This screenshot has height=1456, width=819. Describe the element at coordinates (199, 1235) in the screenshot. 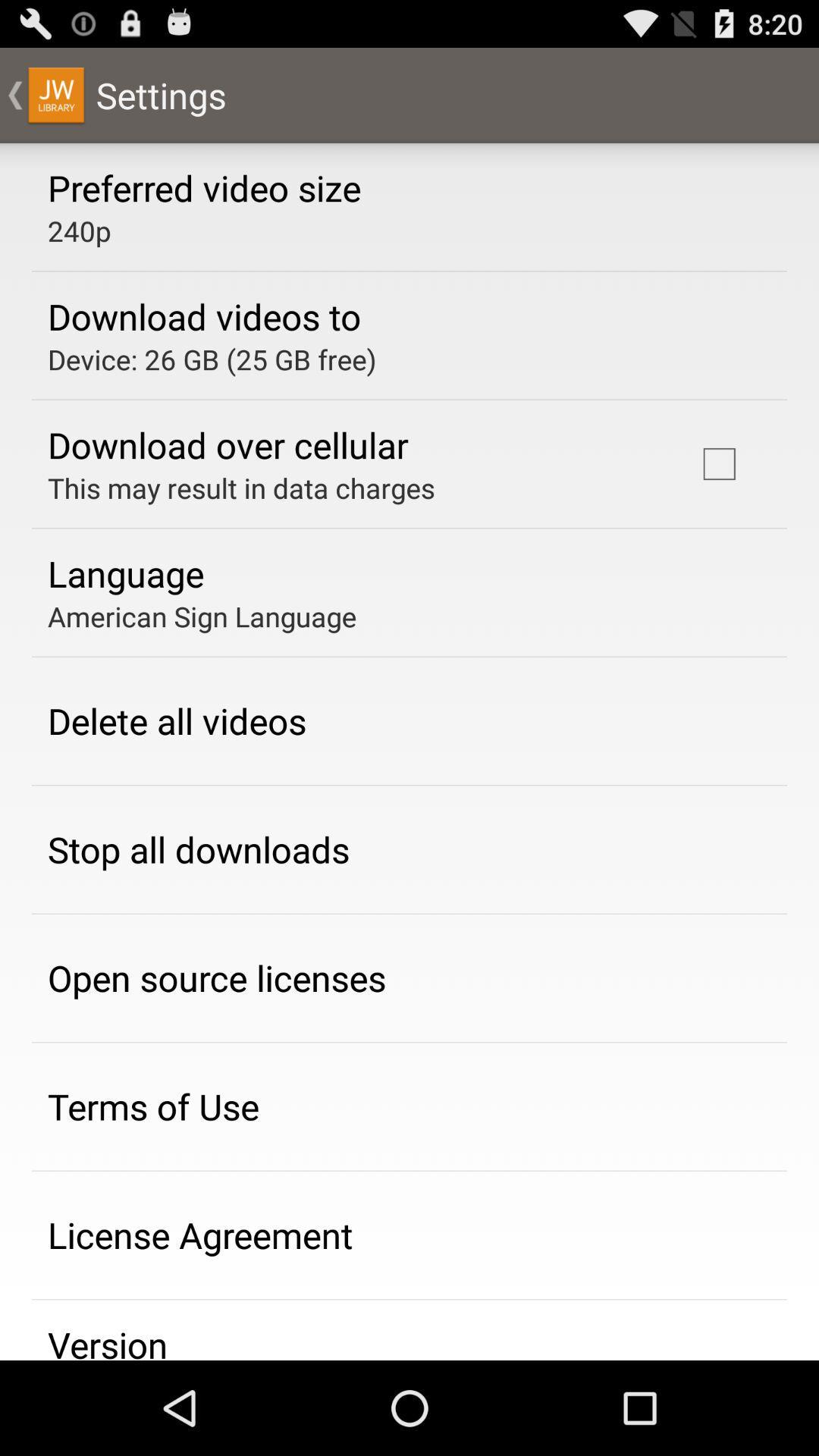

I see `the app below terms of use icon` at that location.